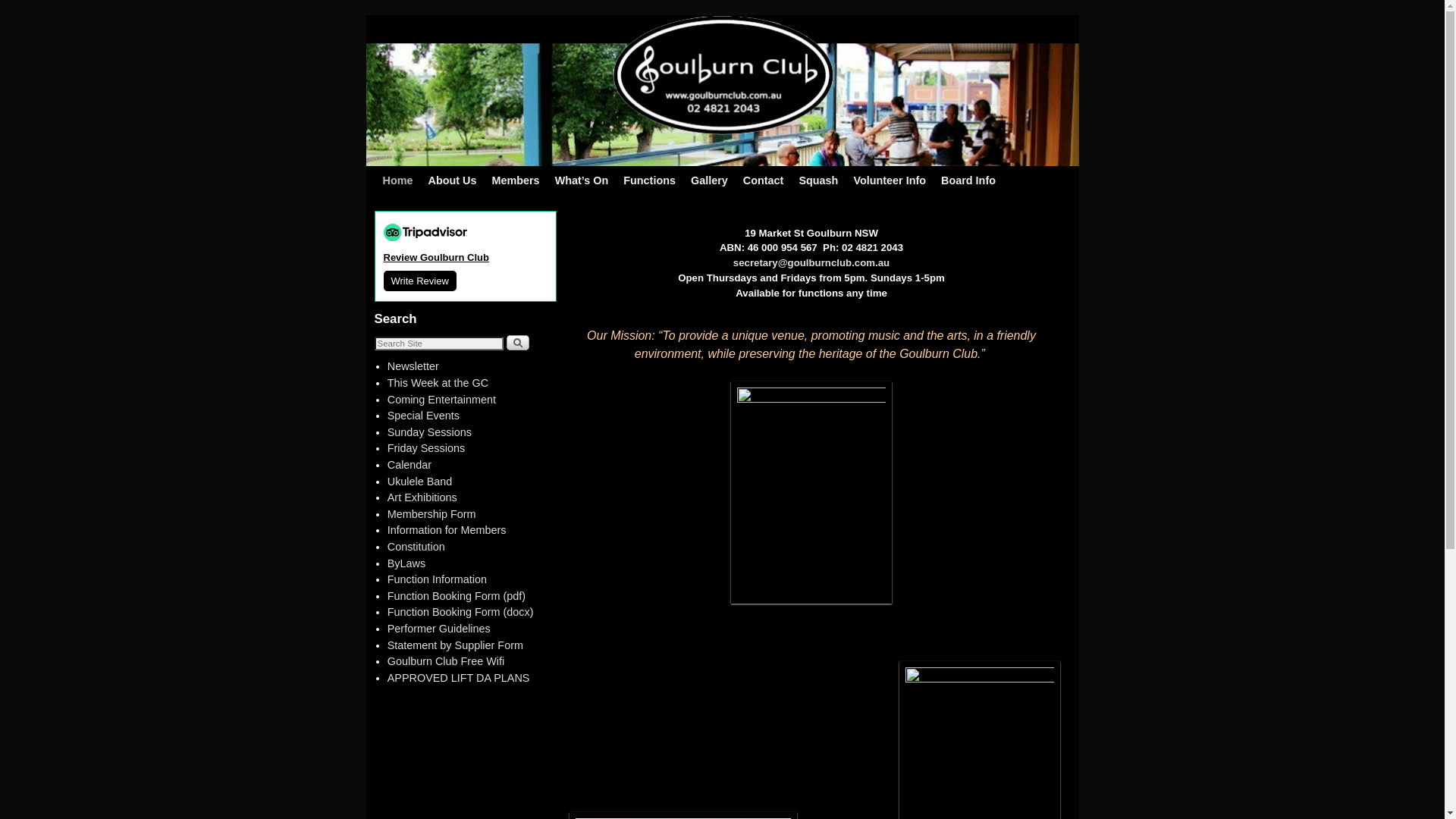  I want to click on 'Statement by Supplier Form', so click(387, 645).